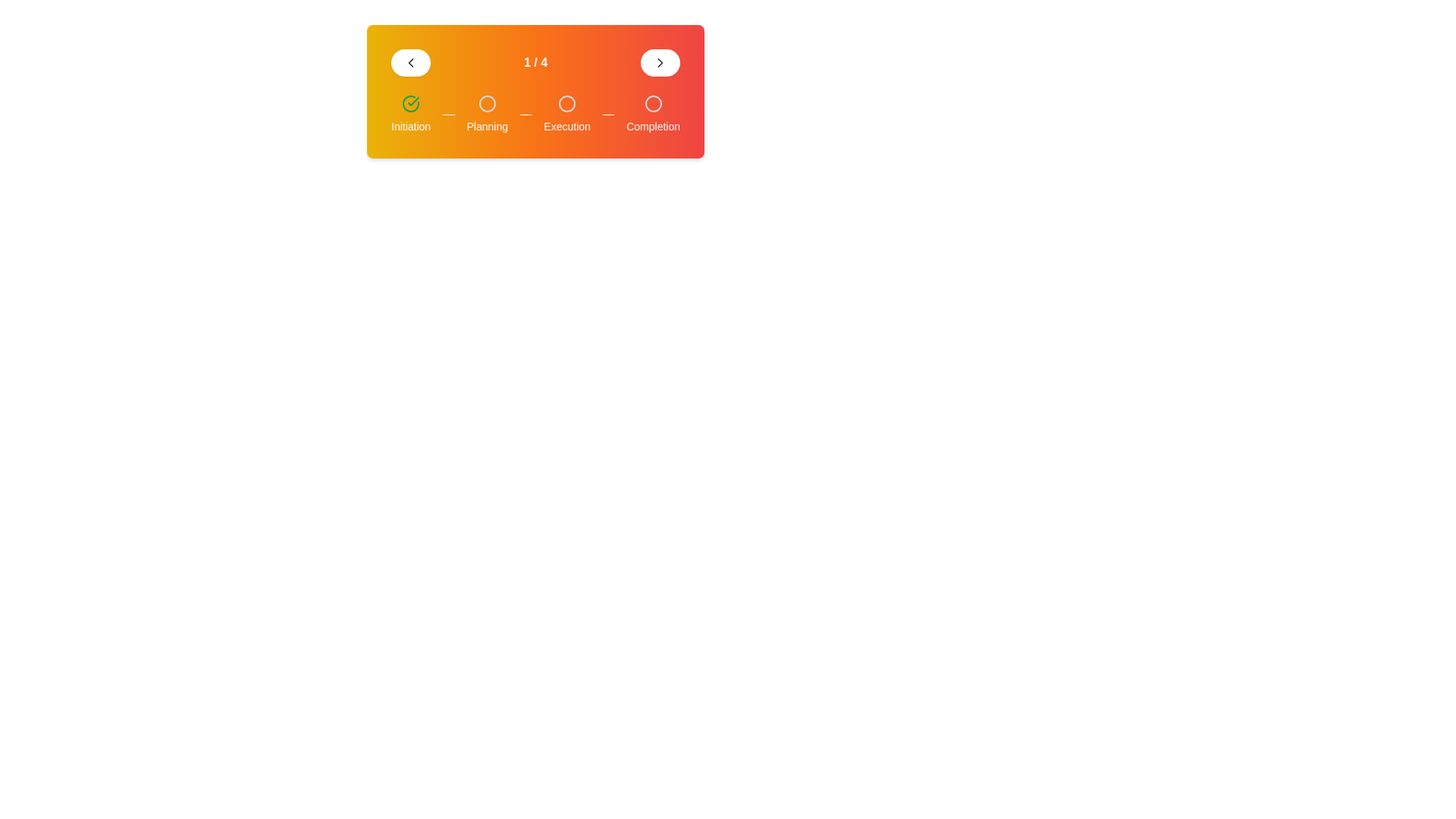 This screenshot has width=1456, height=819. I want to click on the circular icon representing the third phase in the progress bar under the label 'Execution', so click(566, 103).